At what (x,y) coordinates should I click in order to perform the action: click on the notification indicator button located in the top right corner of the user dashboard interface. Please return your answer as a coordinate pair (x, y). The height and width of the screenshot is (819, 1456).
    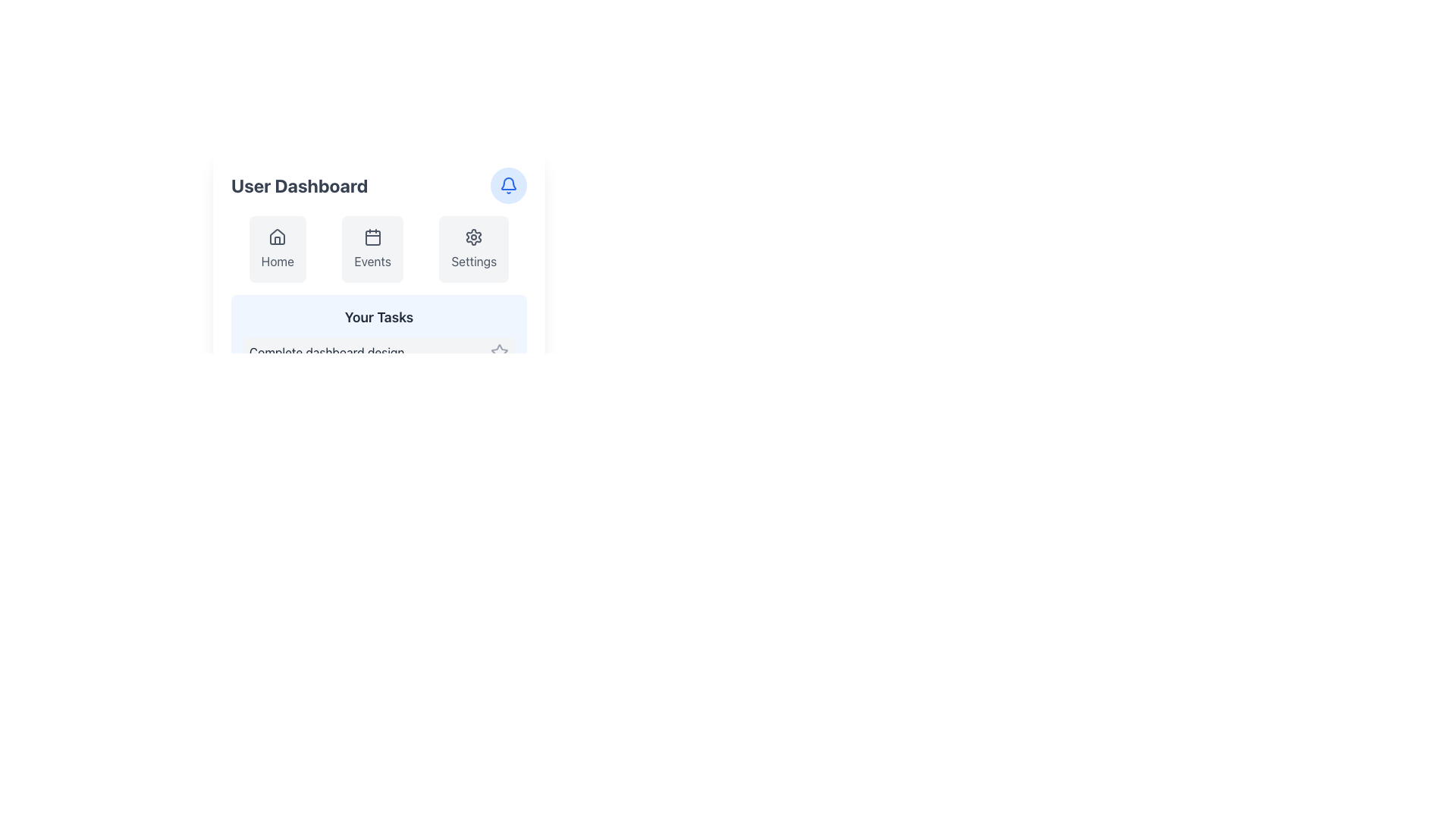
    Looking at the image, I should click on (509, 185).